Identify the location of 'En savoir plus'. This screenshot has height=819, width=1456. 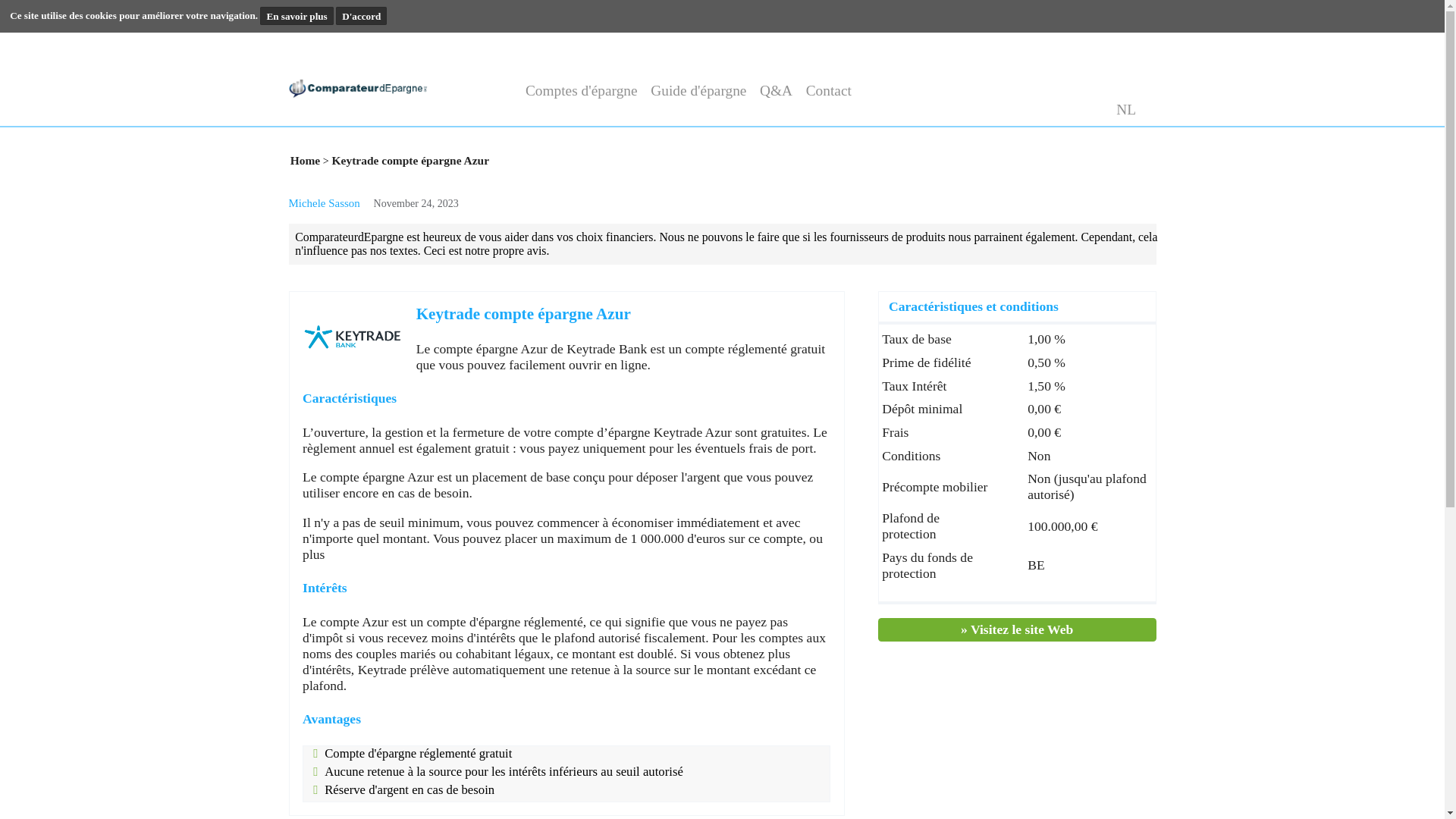
(337, 17).